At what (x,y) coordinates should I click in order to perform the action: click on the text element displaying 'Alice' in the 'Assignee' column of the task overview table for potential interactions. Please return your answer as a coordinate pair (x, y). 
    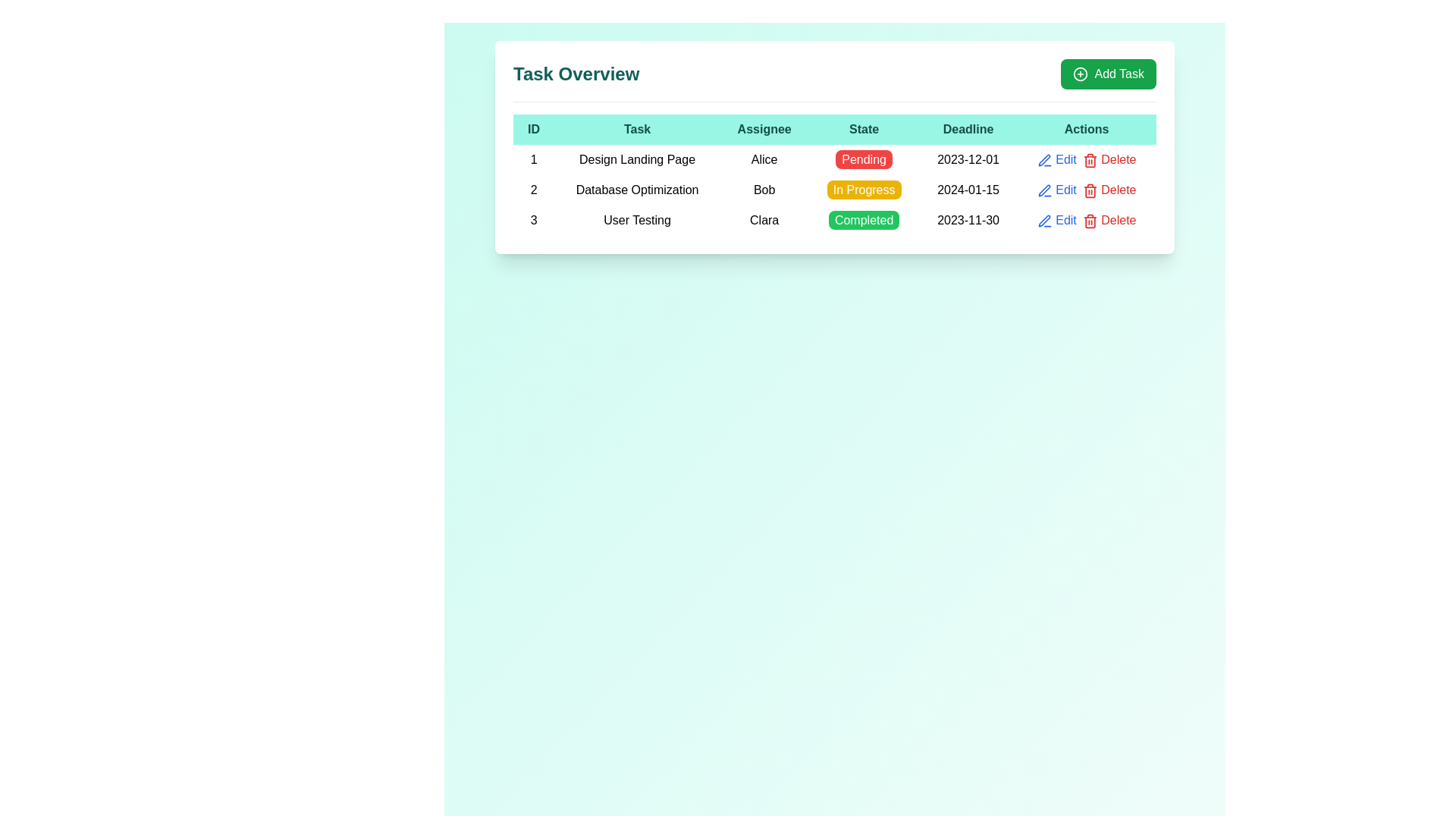
    Looking at the image, I should click on (764, 160).